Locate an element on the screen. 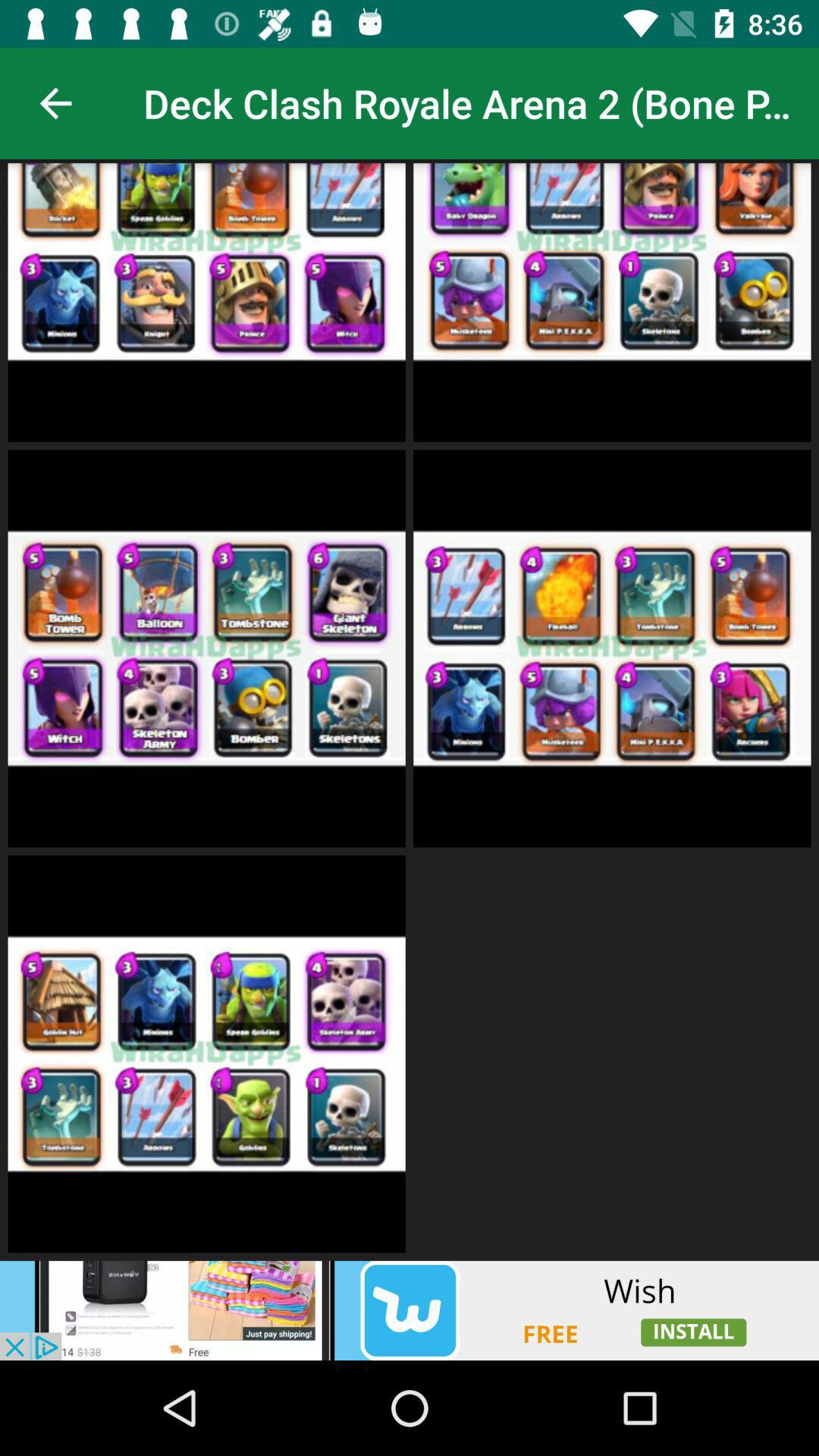 Image resolution: width=819 pixels, height=1456 pixels. the second block from top right is located at coordinates (611, 648).